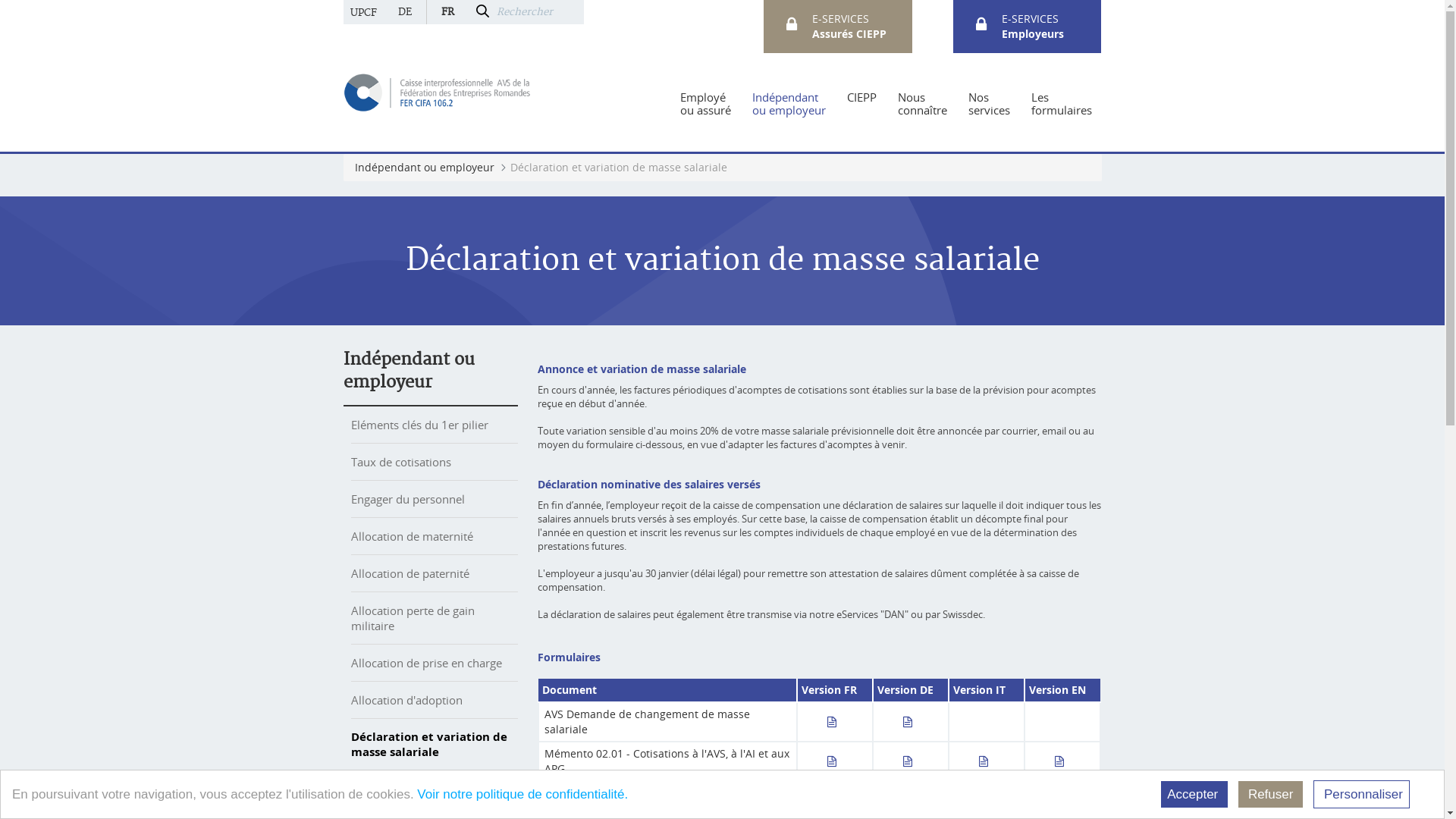  Describe the element at coordinates (861, 103) in the screenshot. I see `'CIEPP` at that location.